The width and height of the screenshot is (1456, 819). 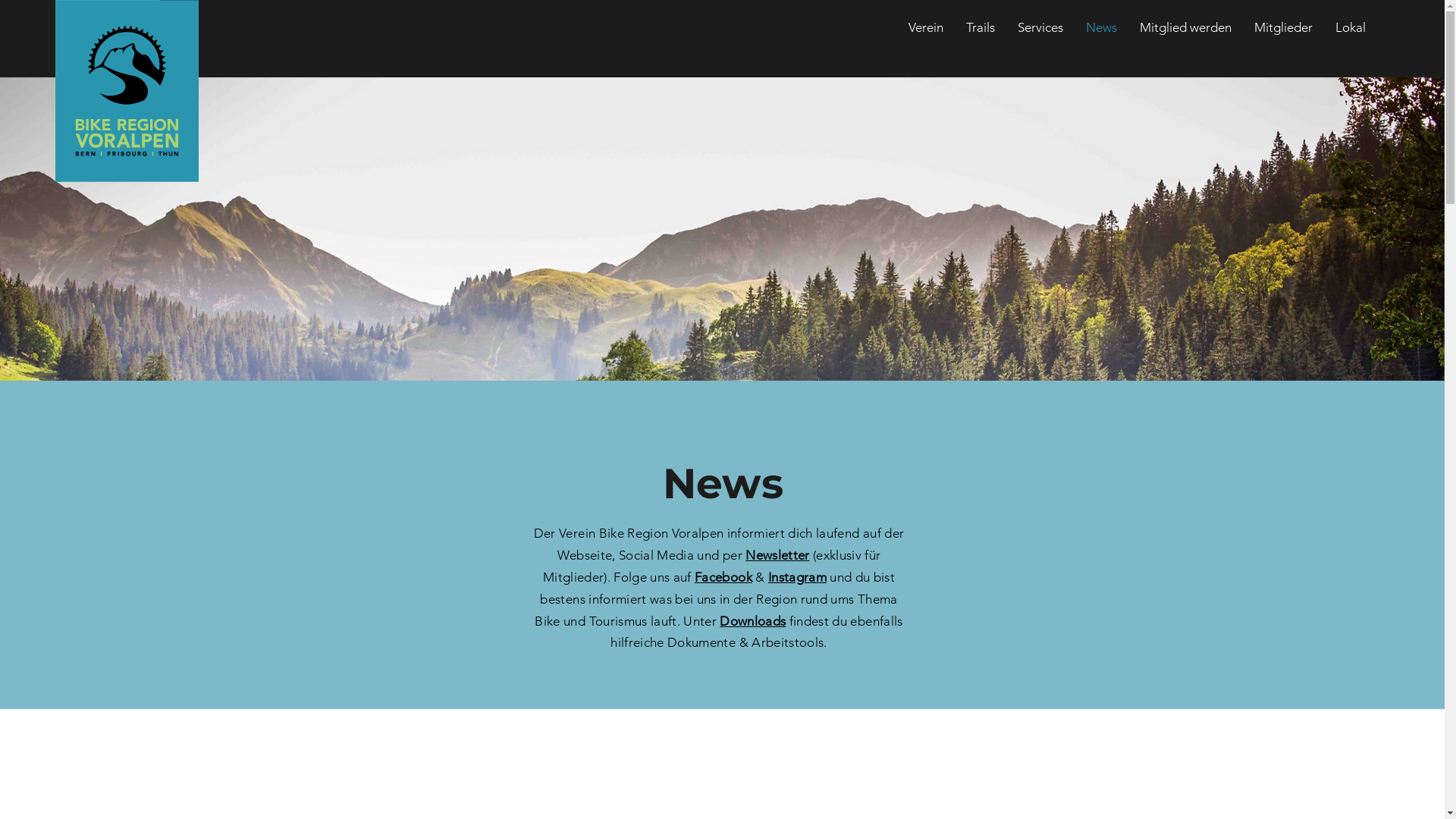 I want to click on 'News', so click(x=1073, y=37).